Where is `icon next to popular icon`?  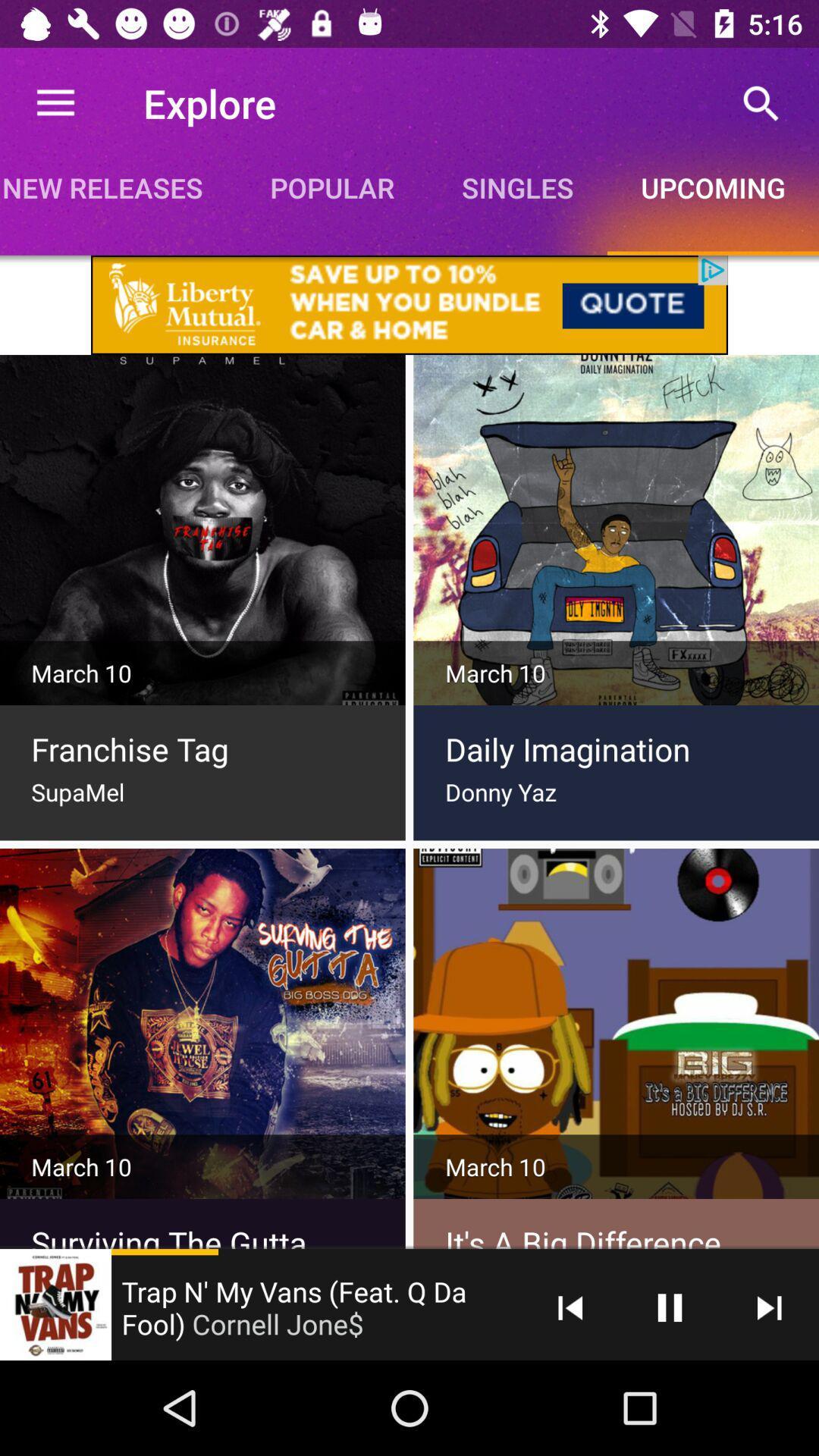
icon next to popular icon is located at coordinates (117, 187).